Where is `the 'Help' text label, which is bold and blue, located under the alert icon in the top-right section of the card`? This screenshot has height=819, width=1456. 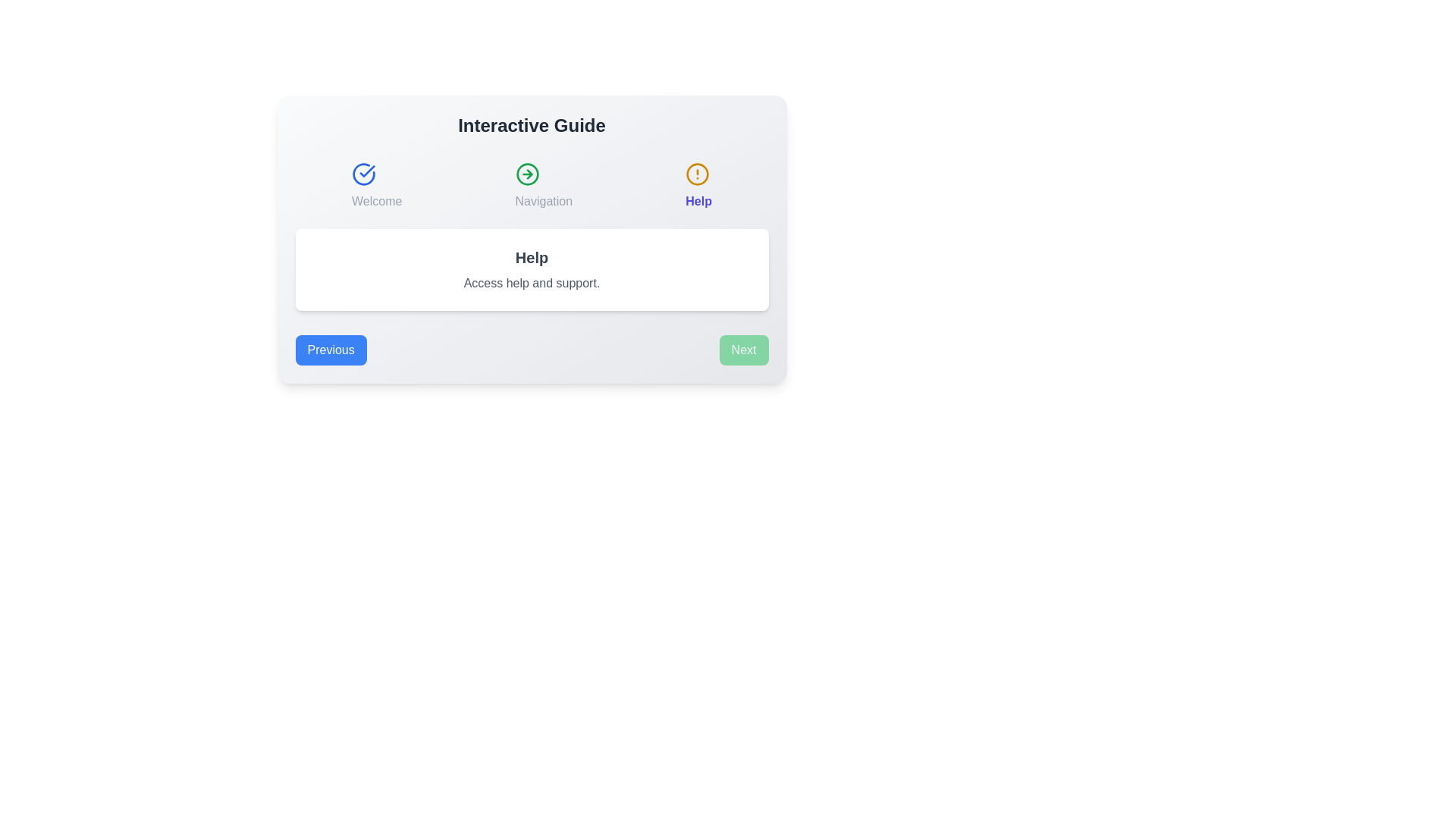
the 'Help' text label, which is bold and blue, located under the alert icon in the top-right section of the card is located at coordinates (698, 201).